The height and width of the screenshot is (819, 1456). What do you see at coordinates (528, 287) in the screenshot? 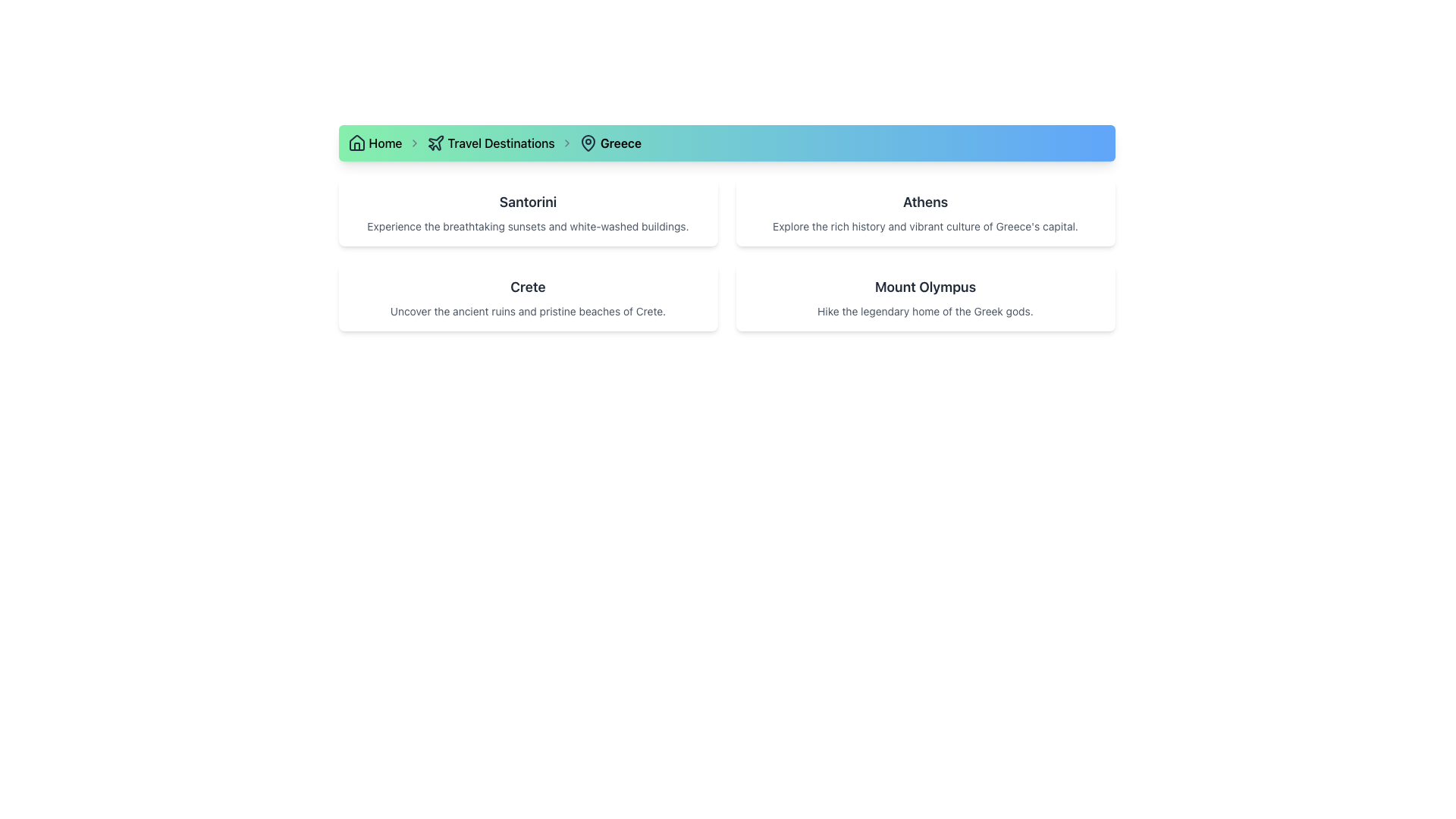
I see `the title text label indicating the destination 'Crete' within the card layout, which is the second card from the left` at bounding box center [528, 287].